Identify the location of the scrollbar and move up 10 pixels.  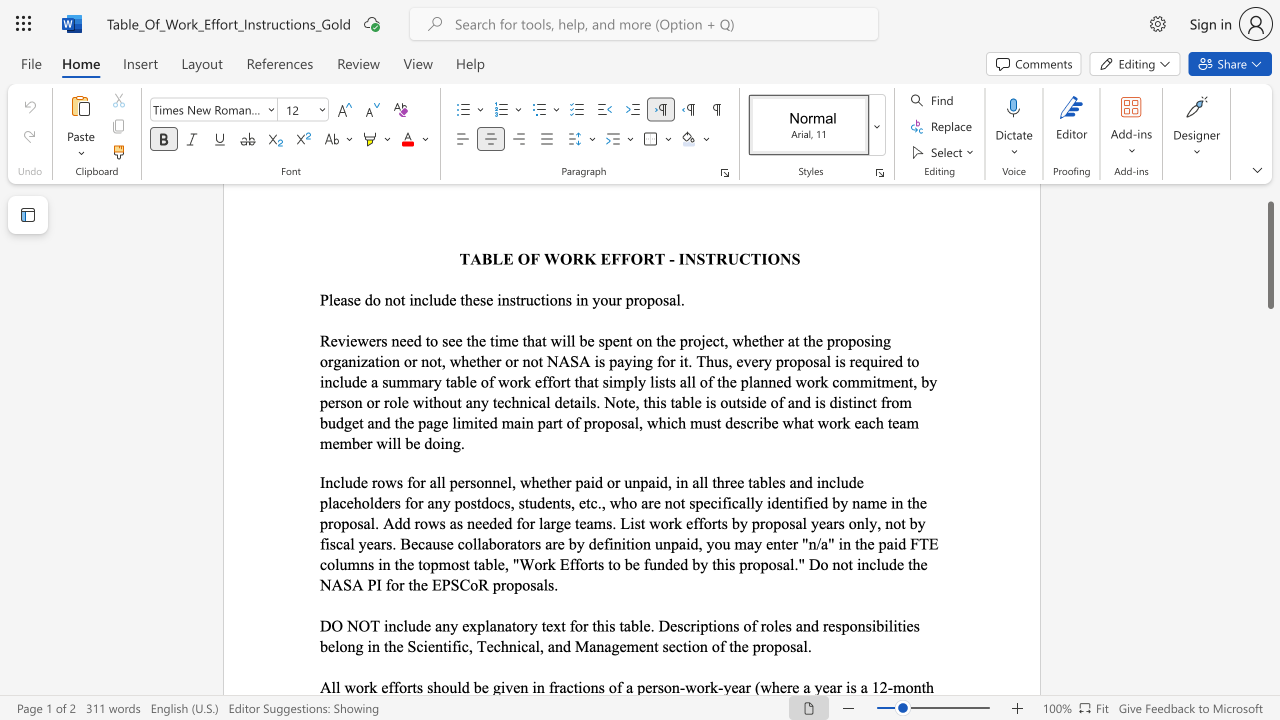
(1269, 254).